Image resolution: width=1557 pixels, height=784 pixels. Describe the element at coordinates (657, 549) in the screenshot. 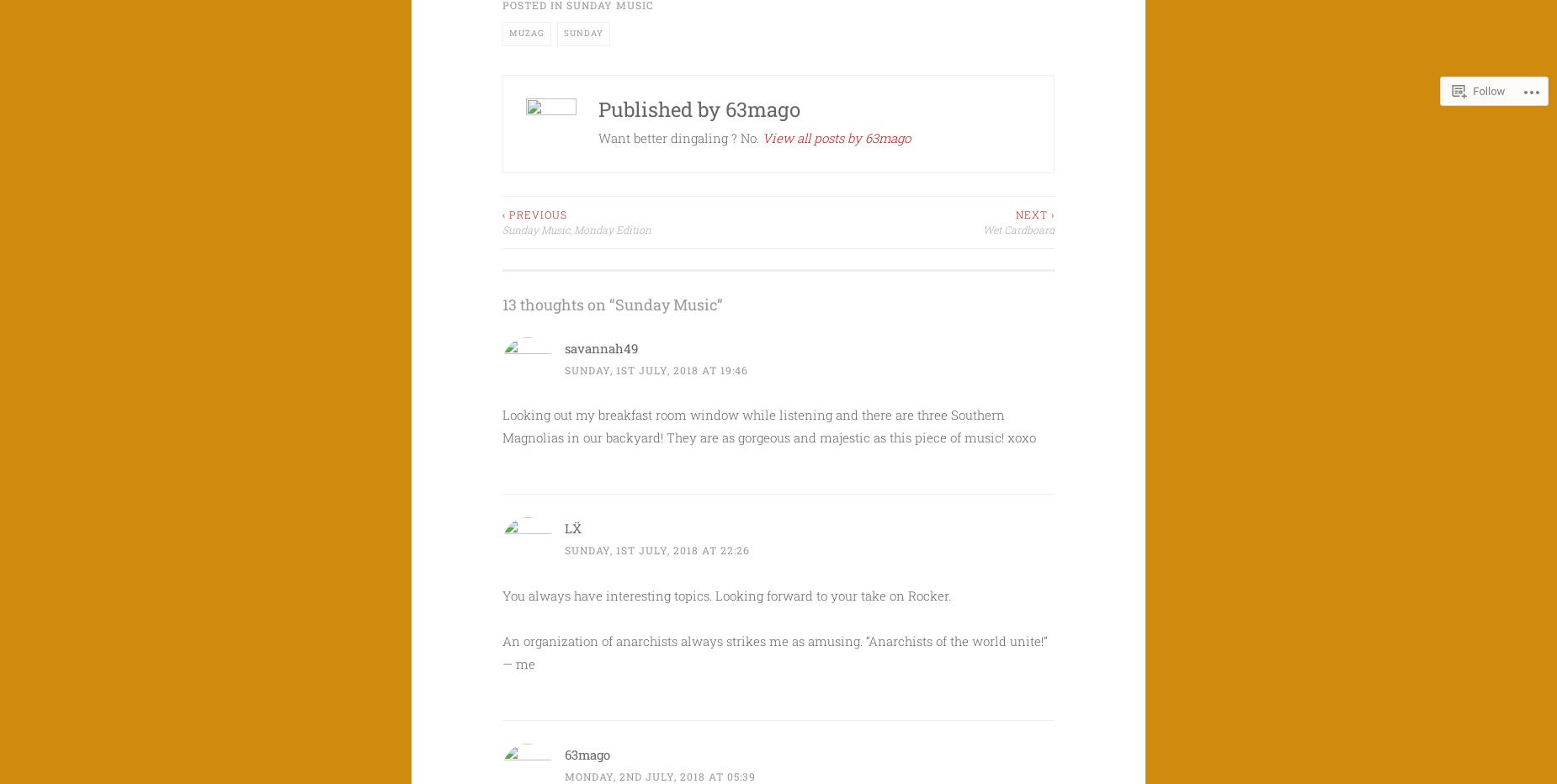

I see `'Sunday, 1st July, 2018 at 22:26'` at that location.